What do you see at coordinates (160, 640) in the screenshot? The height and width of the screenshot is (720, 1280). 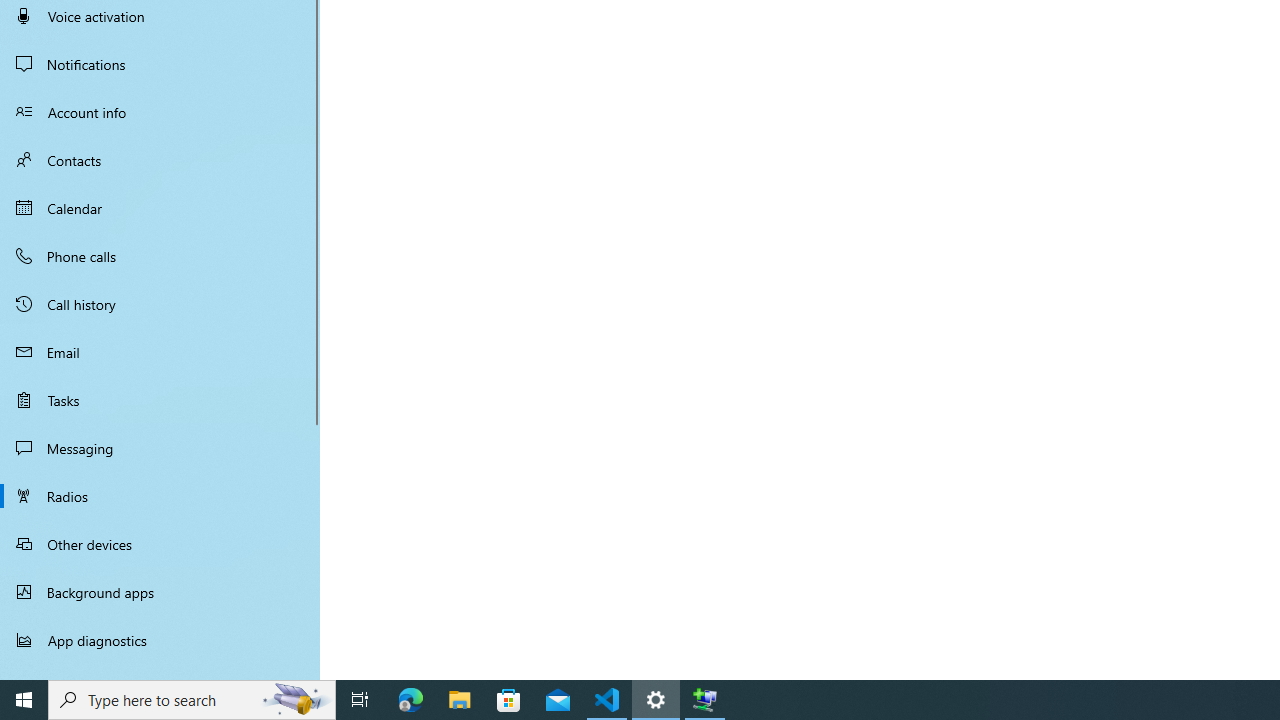 I see `'App diagnostics'` at bounding box center [160, 640].